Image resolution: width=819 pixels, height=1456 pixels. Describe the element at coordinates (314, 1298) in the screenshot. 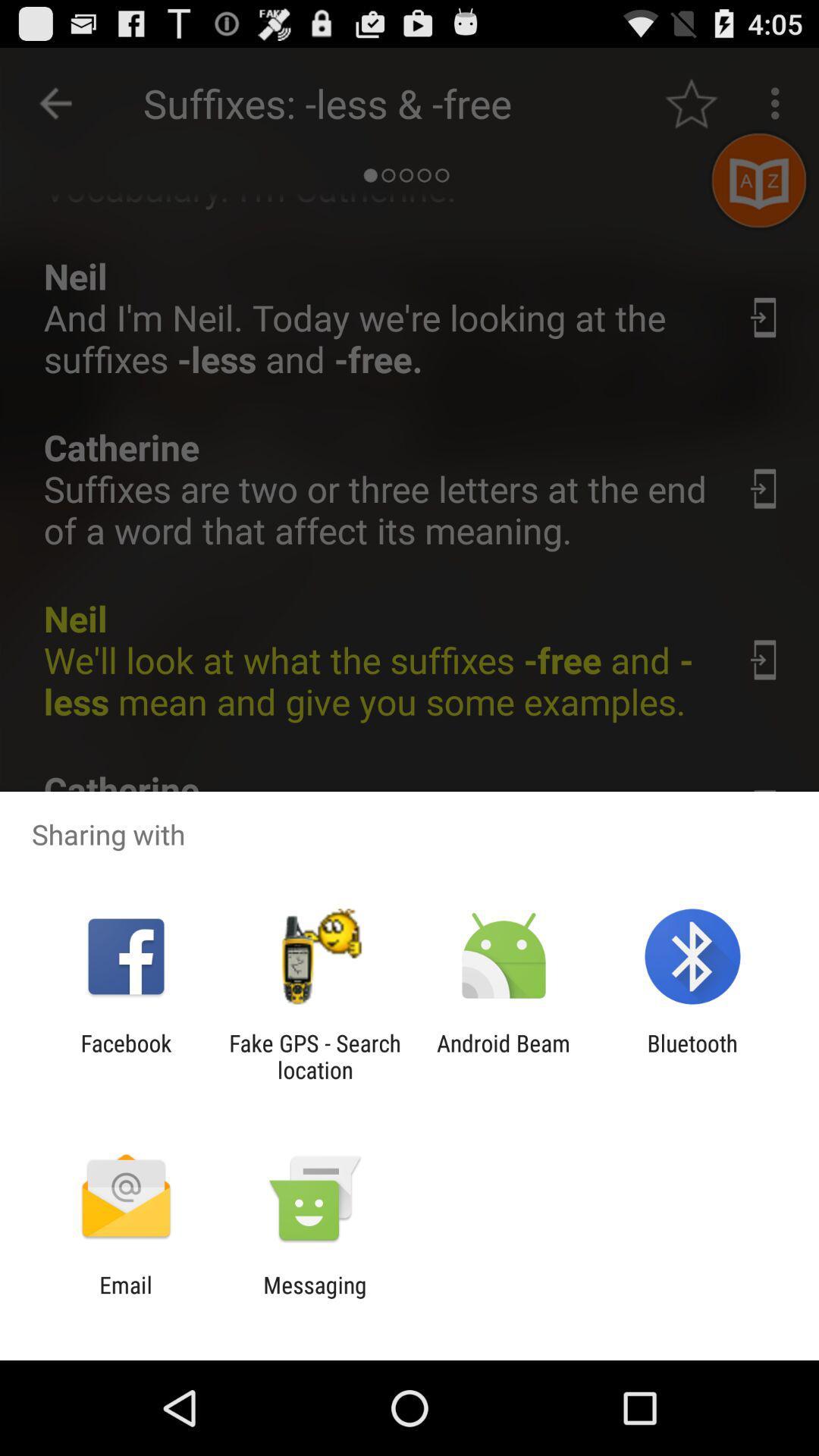

I see `the messaging` at that location.